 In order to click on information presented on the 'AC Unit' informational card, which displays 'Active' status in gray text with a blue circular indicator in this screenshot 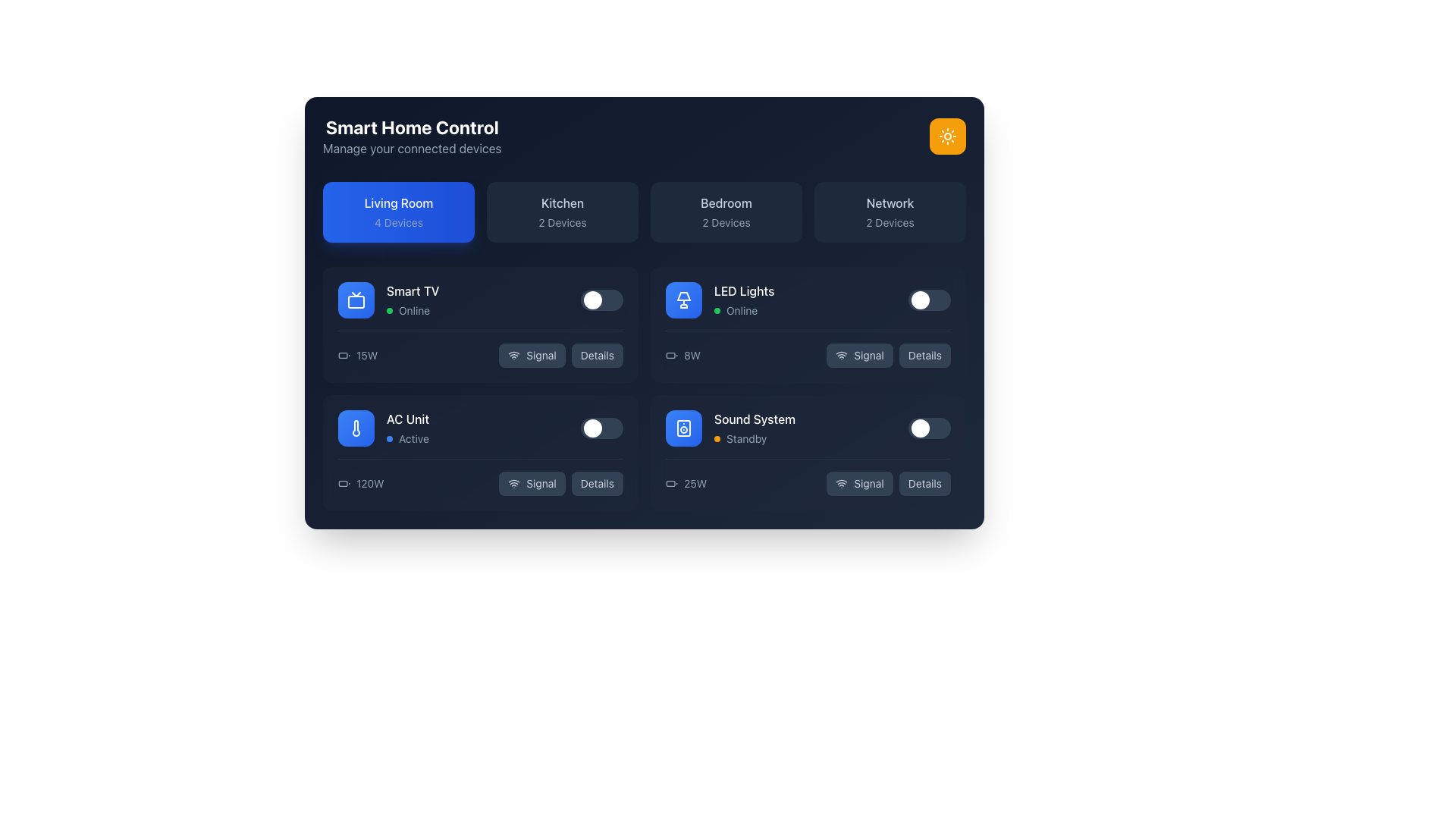, I will do `click(384, 428)`.